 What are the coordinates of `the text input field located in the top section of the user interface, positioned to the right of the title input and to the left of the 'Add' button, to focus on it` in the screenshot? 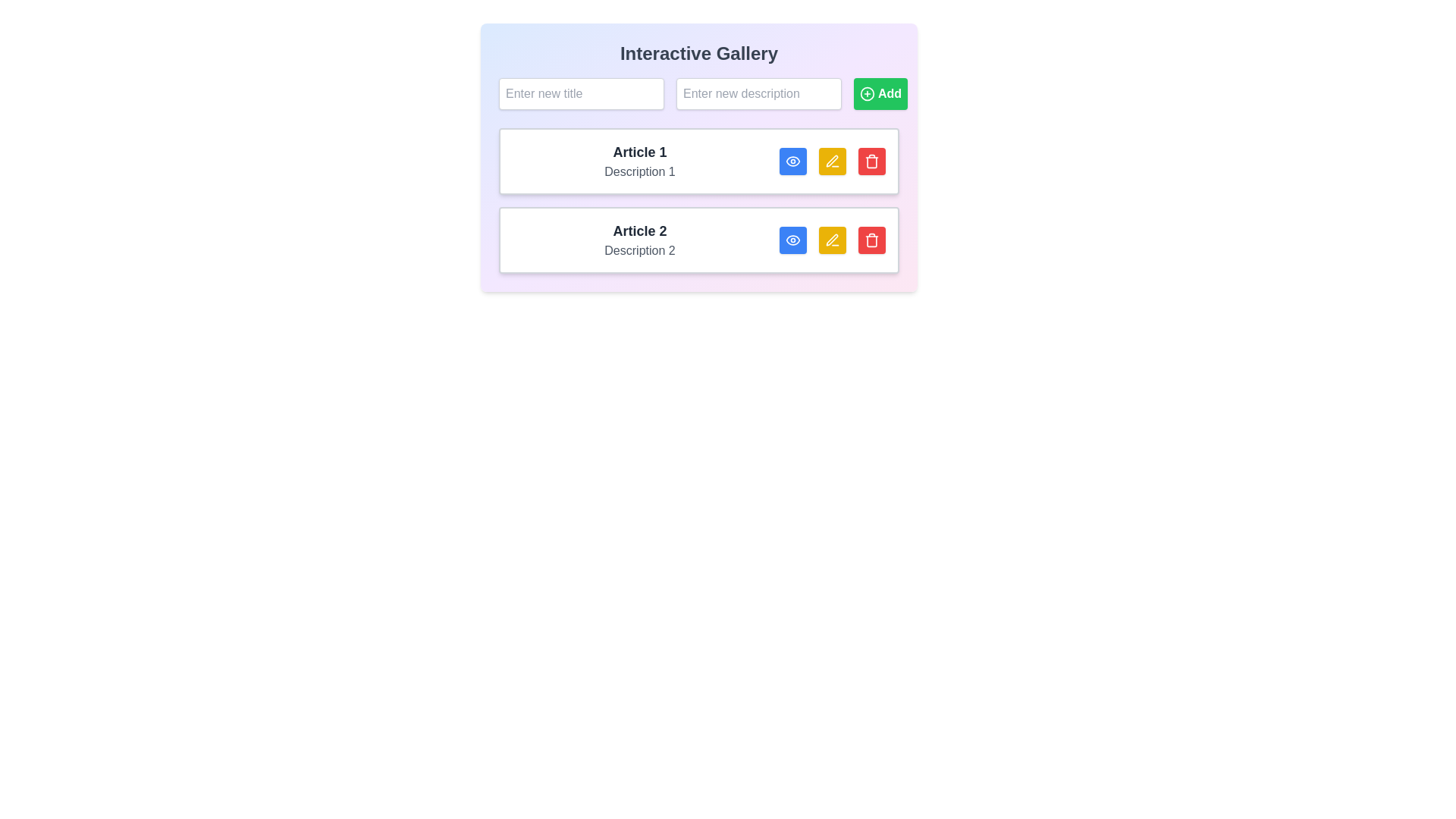 It's located at (698, 93).